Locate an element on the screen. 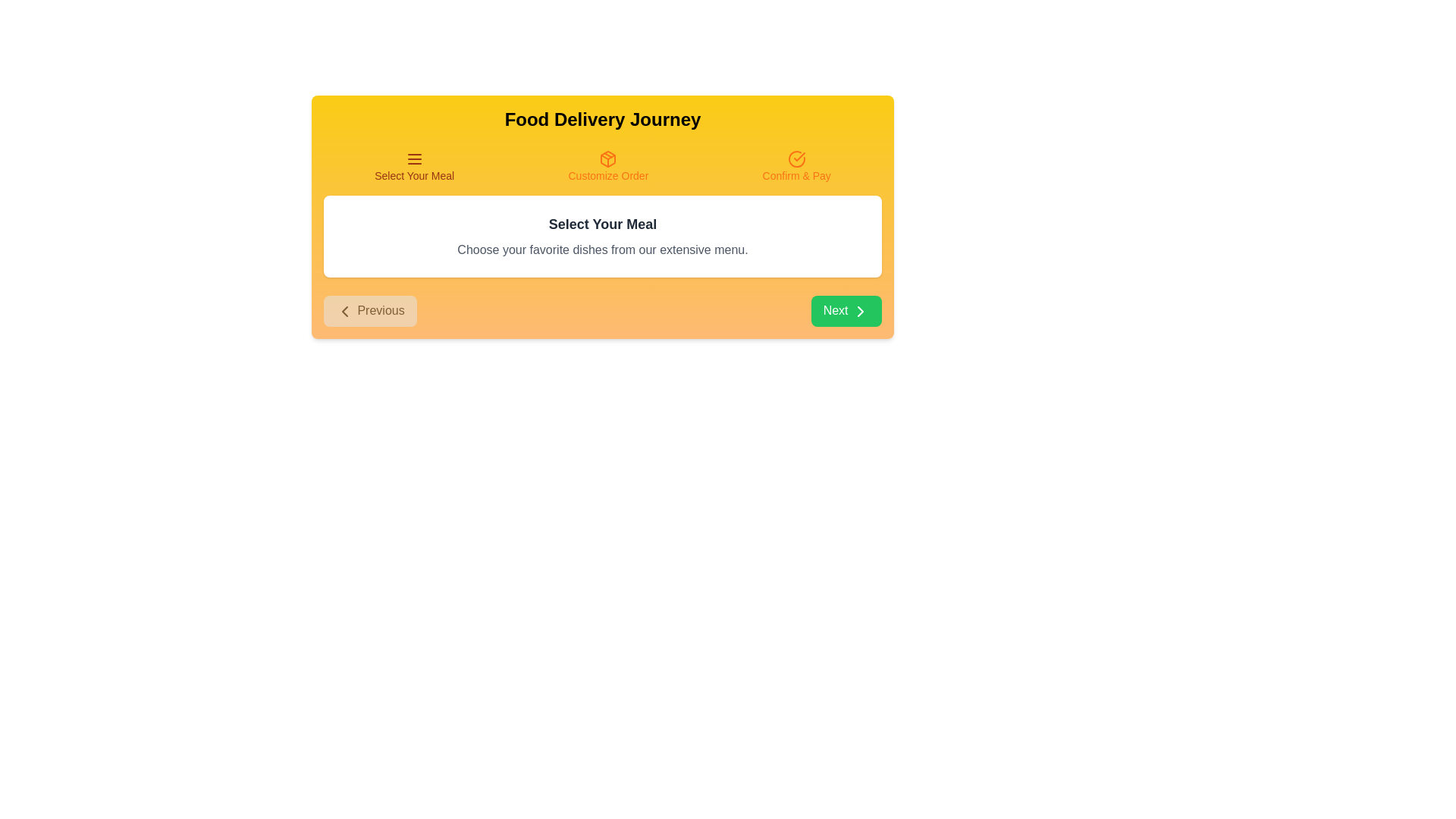 Image resolution: width=1456 pixels, height=819 pixels. the 'Confirm & Pay' button, which features small orange text and a checkmark icon is located at coordinates (795, 166).